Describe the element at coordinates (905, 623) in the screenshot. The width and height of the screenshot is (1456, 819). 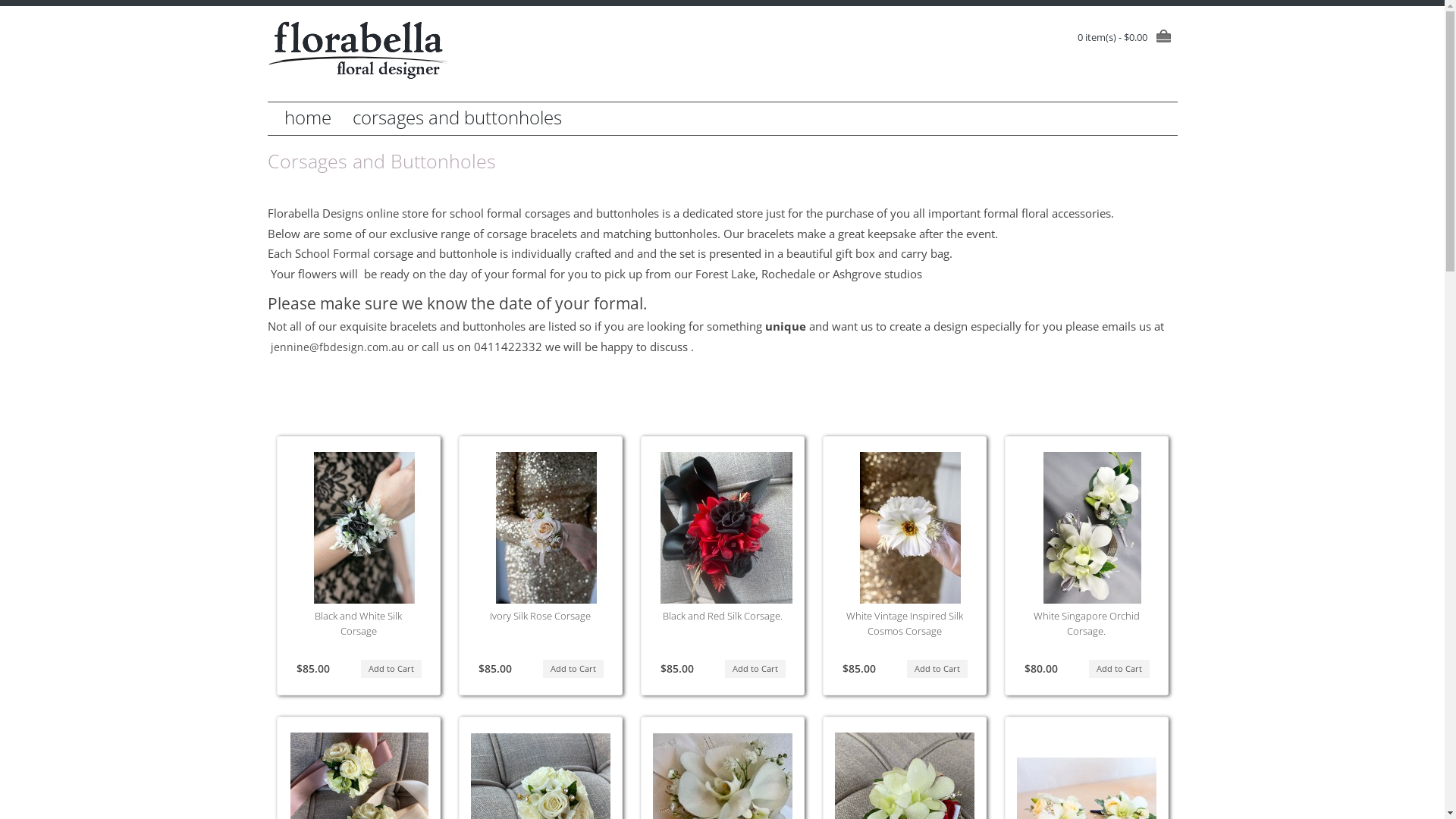
I see `'White Vintage Inspired Silk Cosmos Corsage'` at that location.